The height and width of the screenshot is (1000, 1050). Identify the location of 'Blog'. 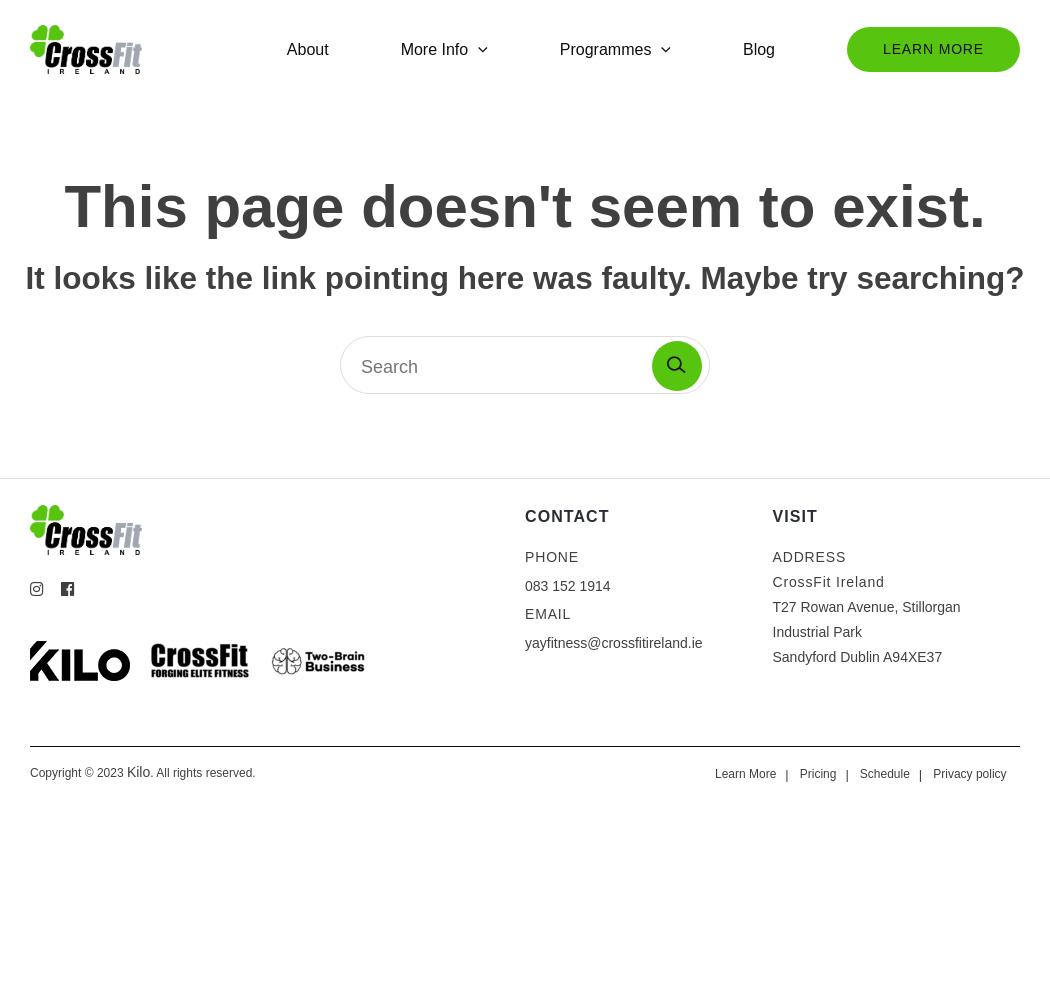
(758, 48).